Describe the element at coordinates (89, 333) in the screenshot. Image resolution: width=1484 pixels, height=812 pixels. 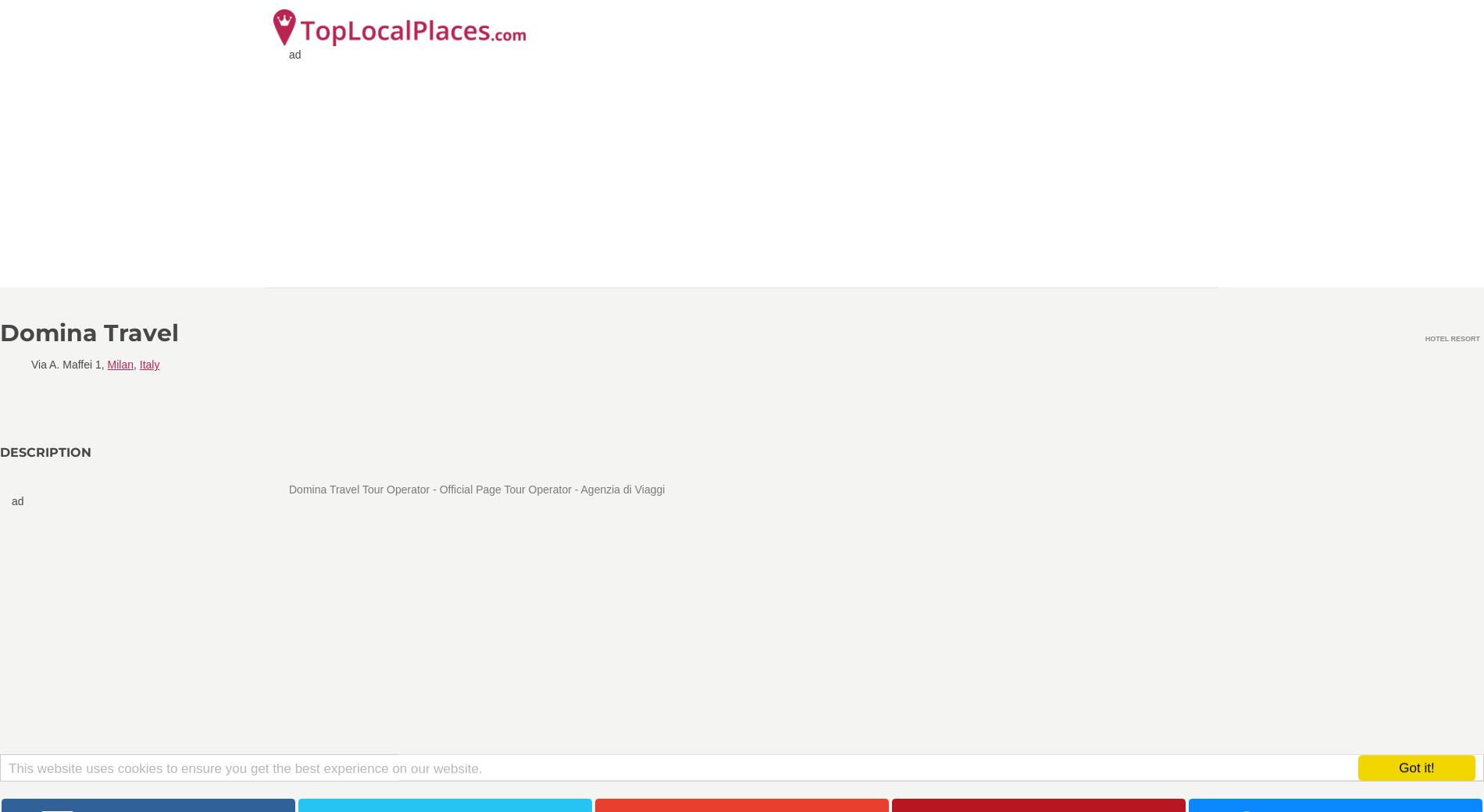
I see `'Domina Travel'` at that location.